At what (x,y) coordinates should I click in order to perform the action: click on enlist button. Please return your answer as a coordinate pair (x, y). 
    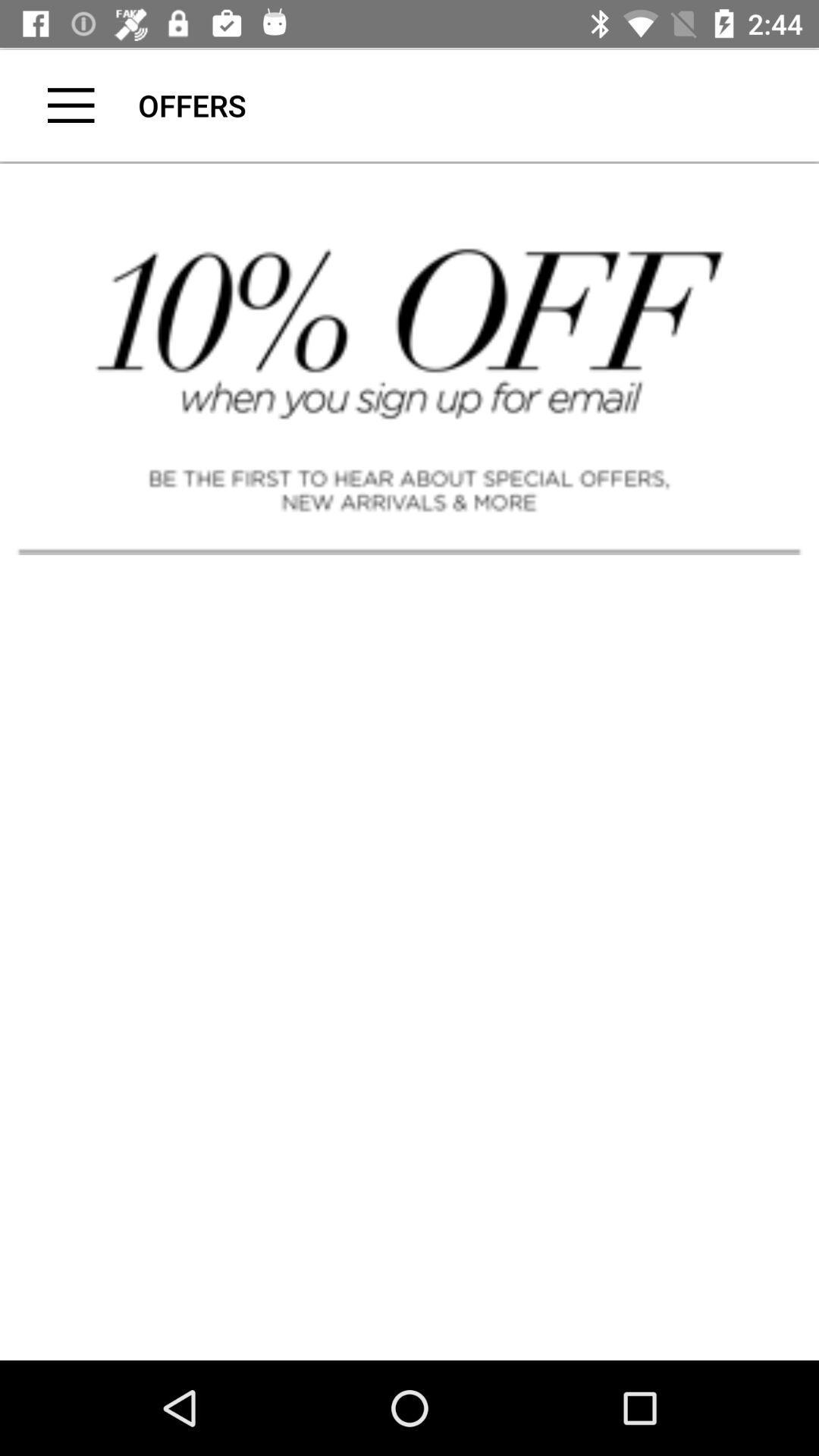
    Looking at the image, I should click on (71, 105).